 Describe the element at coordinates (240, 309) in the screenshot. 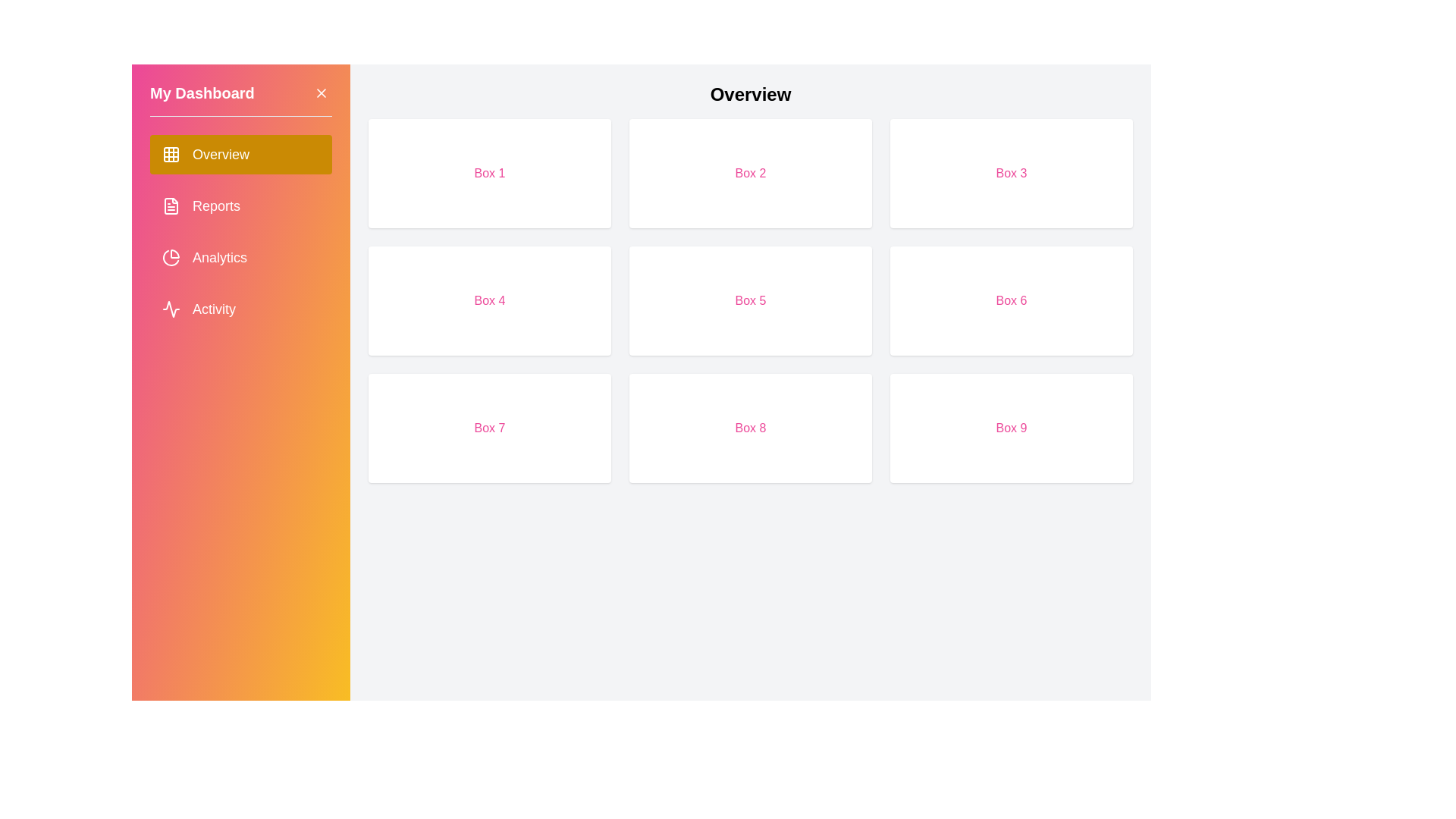

I see `the sidebar option corresponding to Activity to navigate to that section` at that location.